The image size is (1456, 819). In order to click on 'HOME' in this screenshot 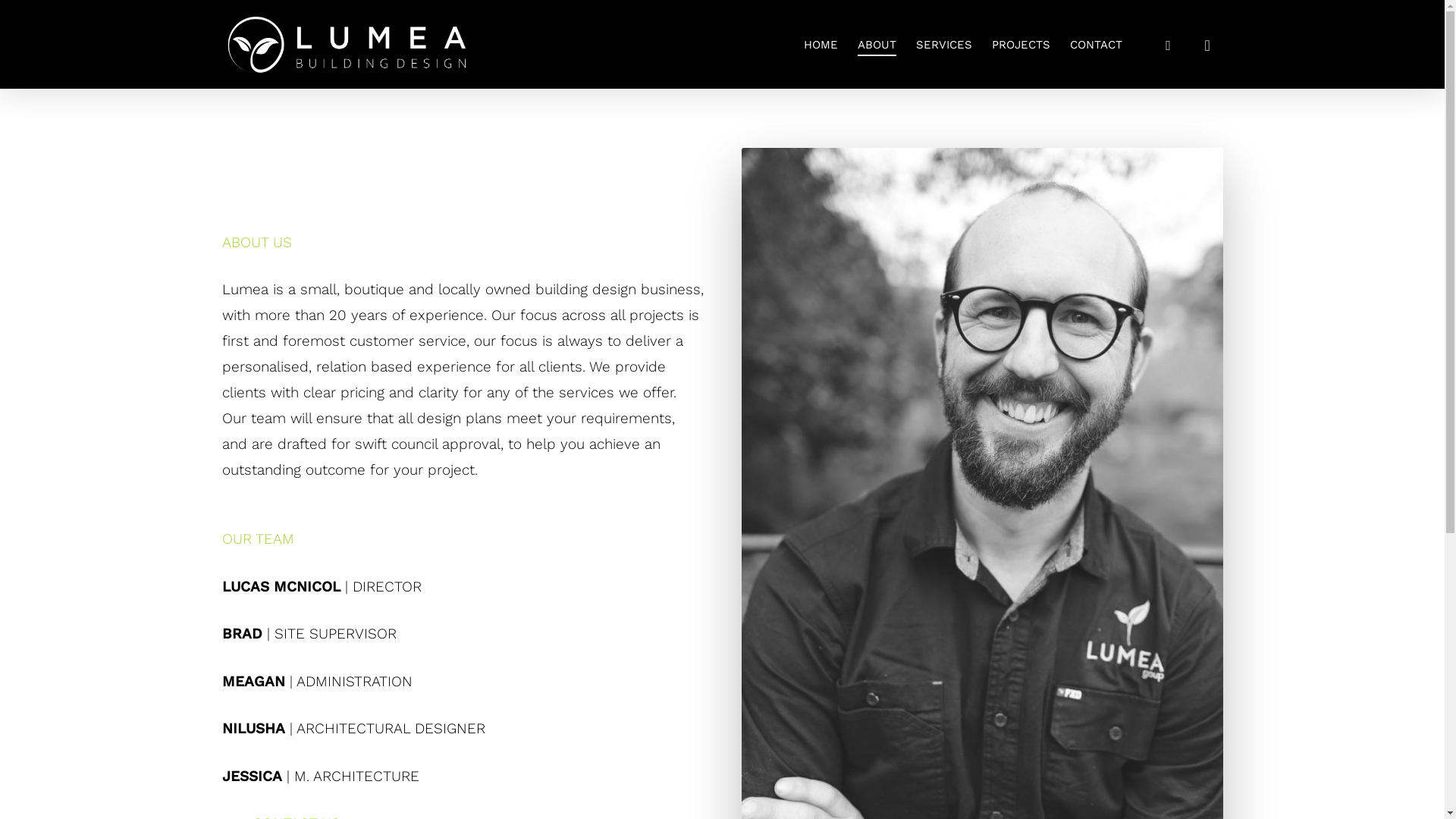, I will do `click(820, 42)`.